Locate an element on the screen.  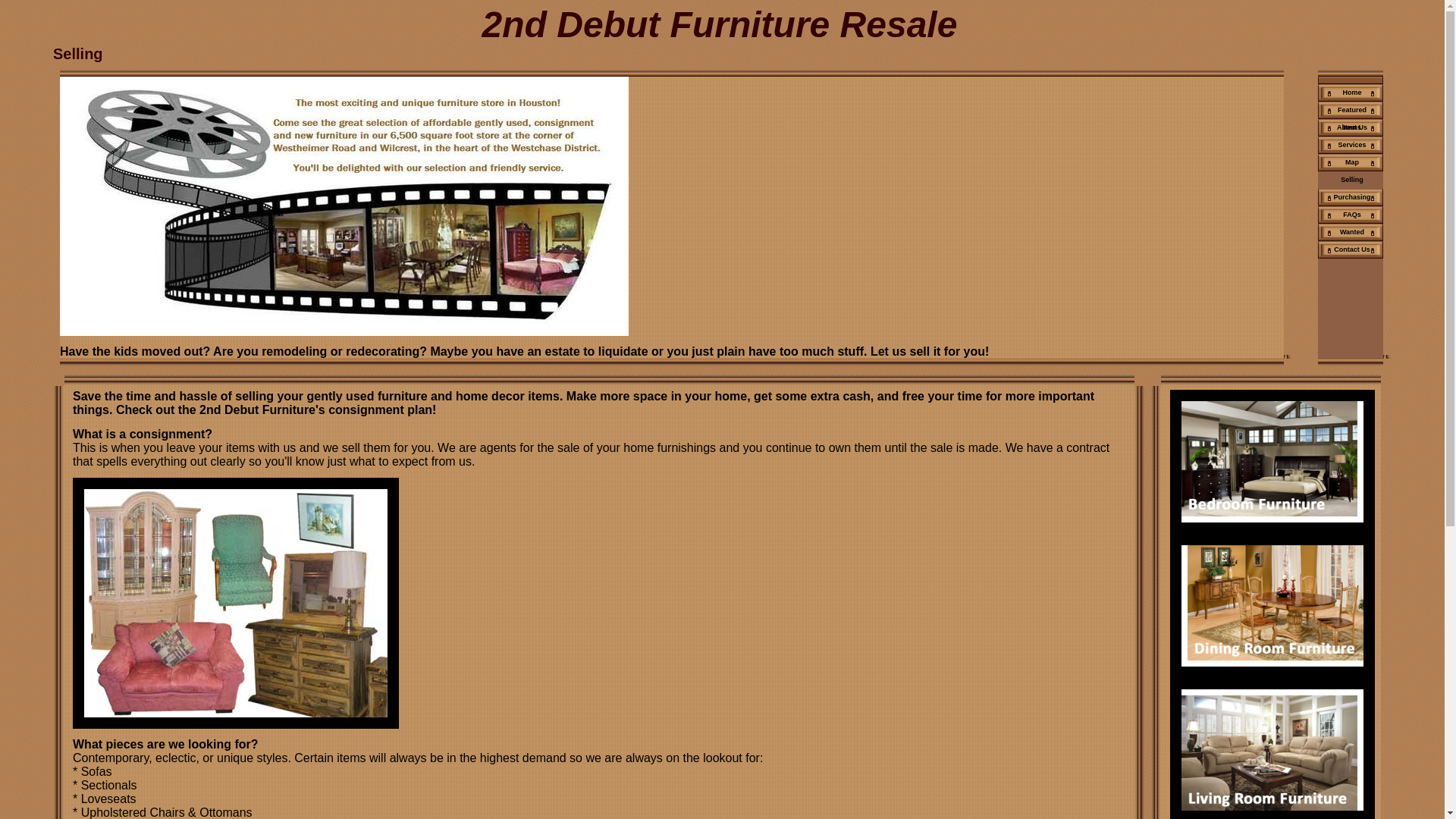
'Wanted' is located at coordinates (1350, 232).